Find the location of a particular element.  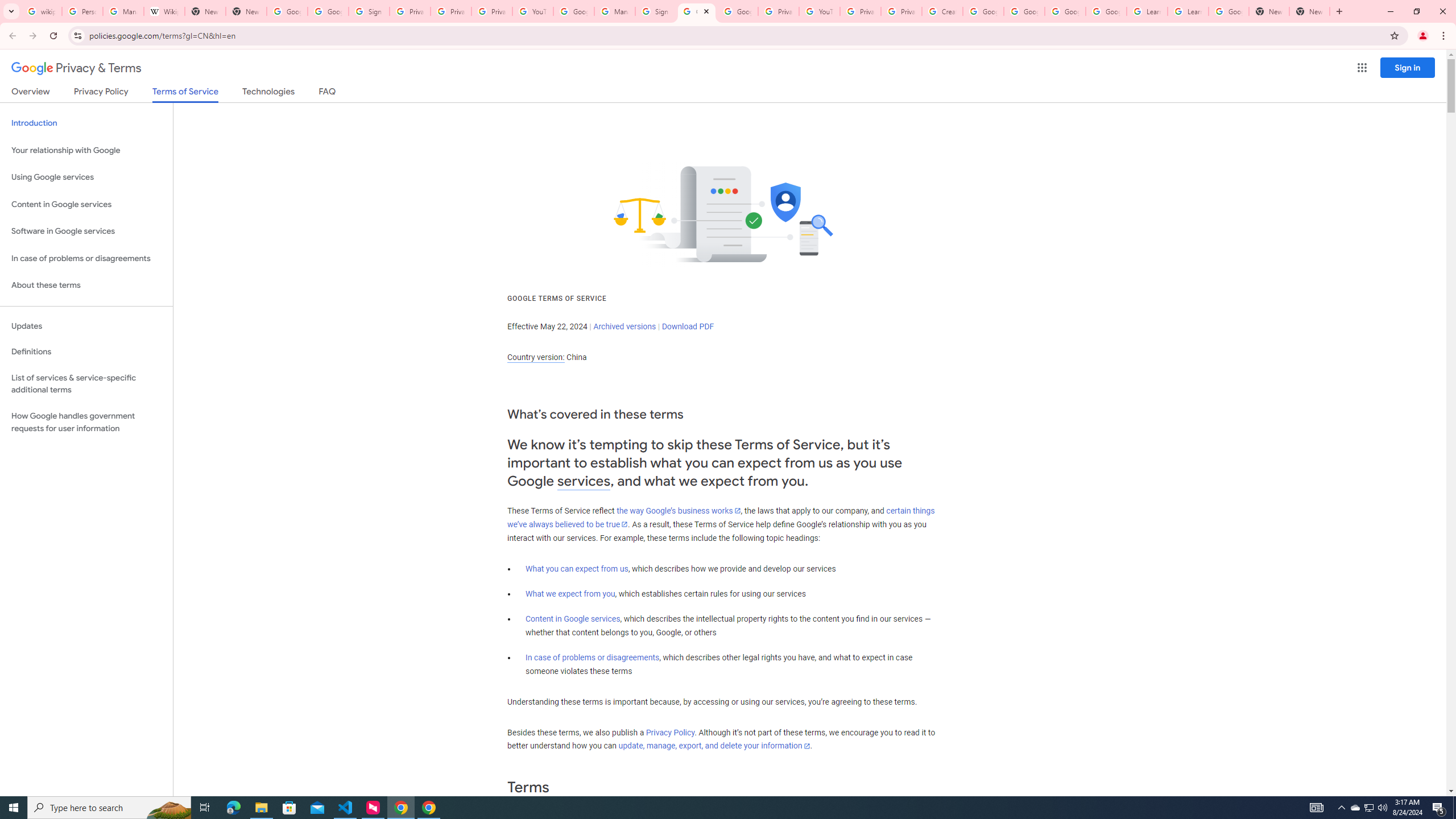

'Sign in - Google Accounts' is located at coordinates (656, 11).